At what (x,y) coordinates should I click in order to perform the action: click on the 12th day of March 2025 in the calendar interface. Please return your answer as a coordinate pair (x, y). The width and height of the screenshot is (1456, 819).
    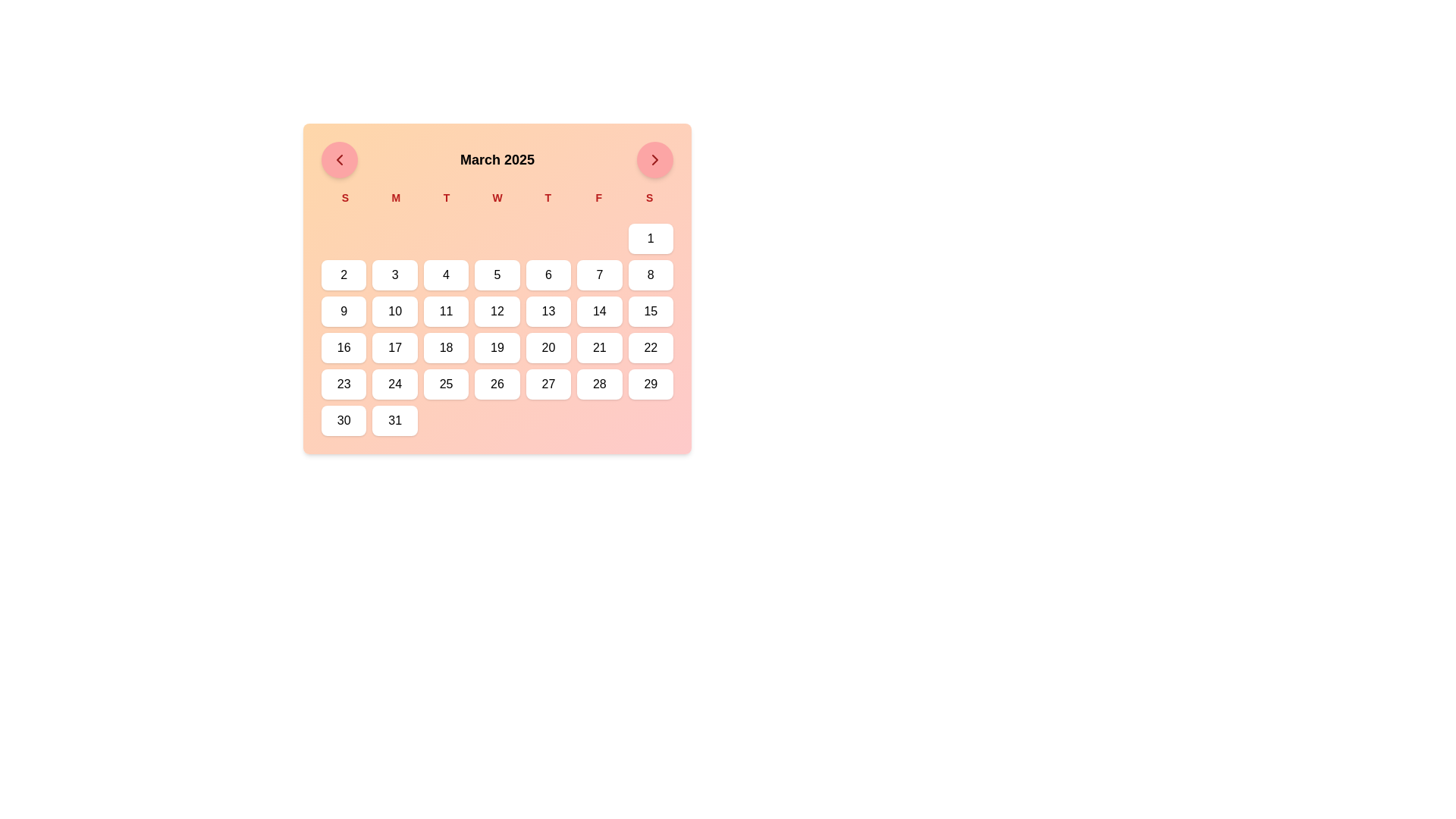
    Looking at the image, I should click on (497, 311).